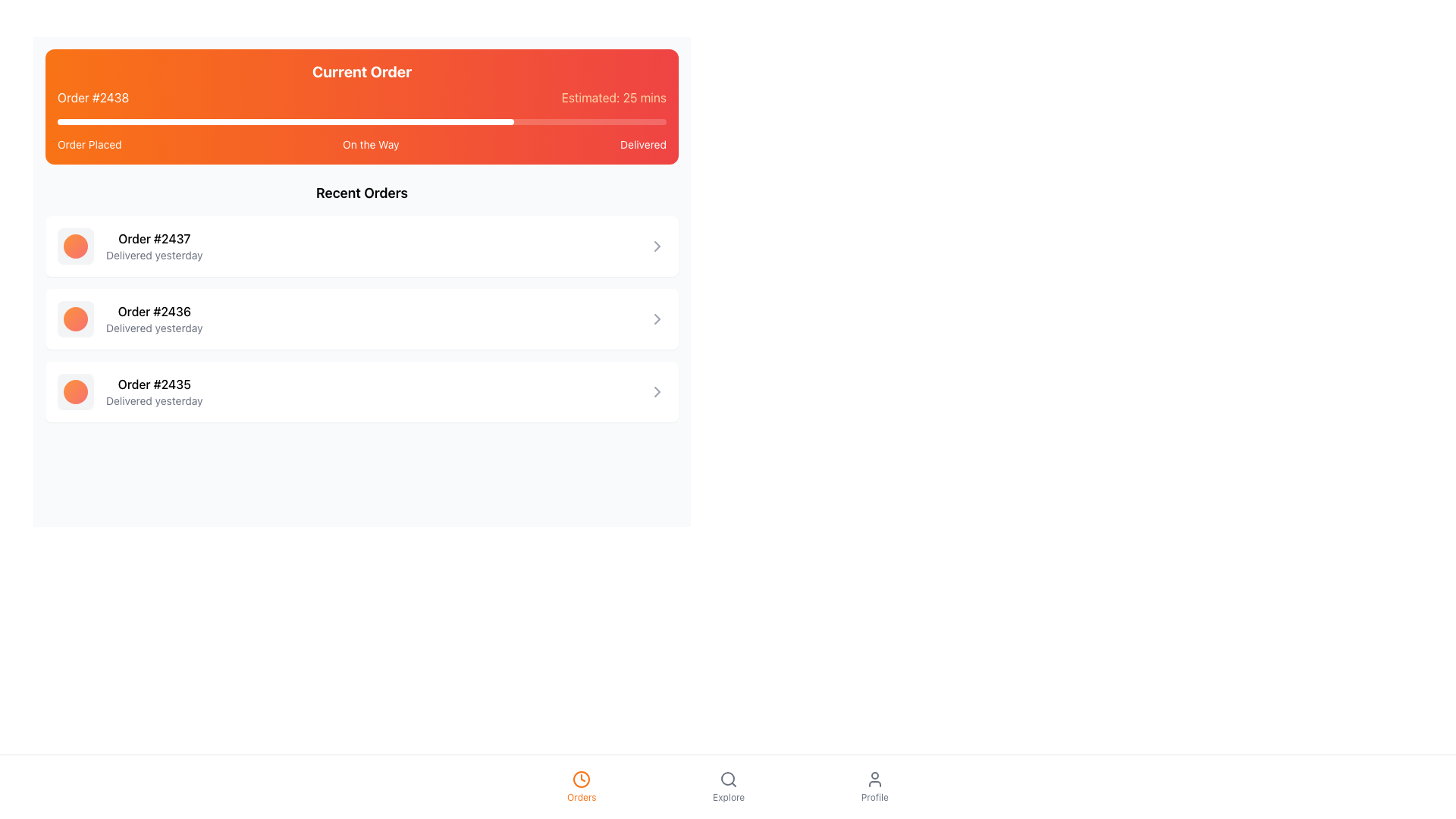  What do you see at coordinates (657, 391) in the screenshot?
I see `the gray chevron-right icon, which is a triangular-shaped SVG vector graphic located to the right of the last item in the list of recent orders` at bounding box center [657, 391].